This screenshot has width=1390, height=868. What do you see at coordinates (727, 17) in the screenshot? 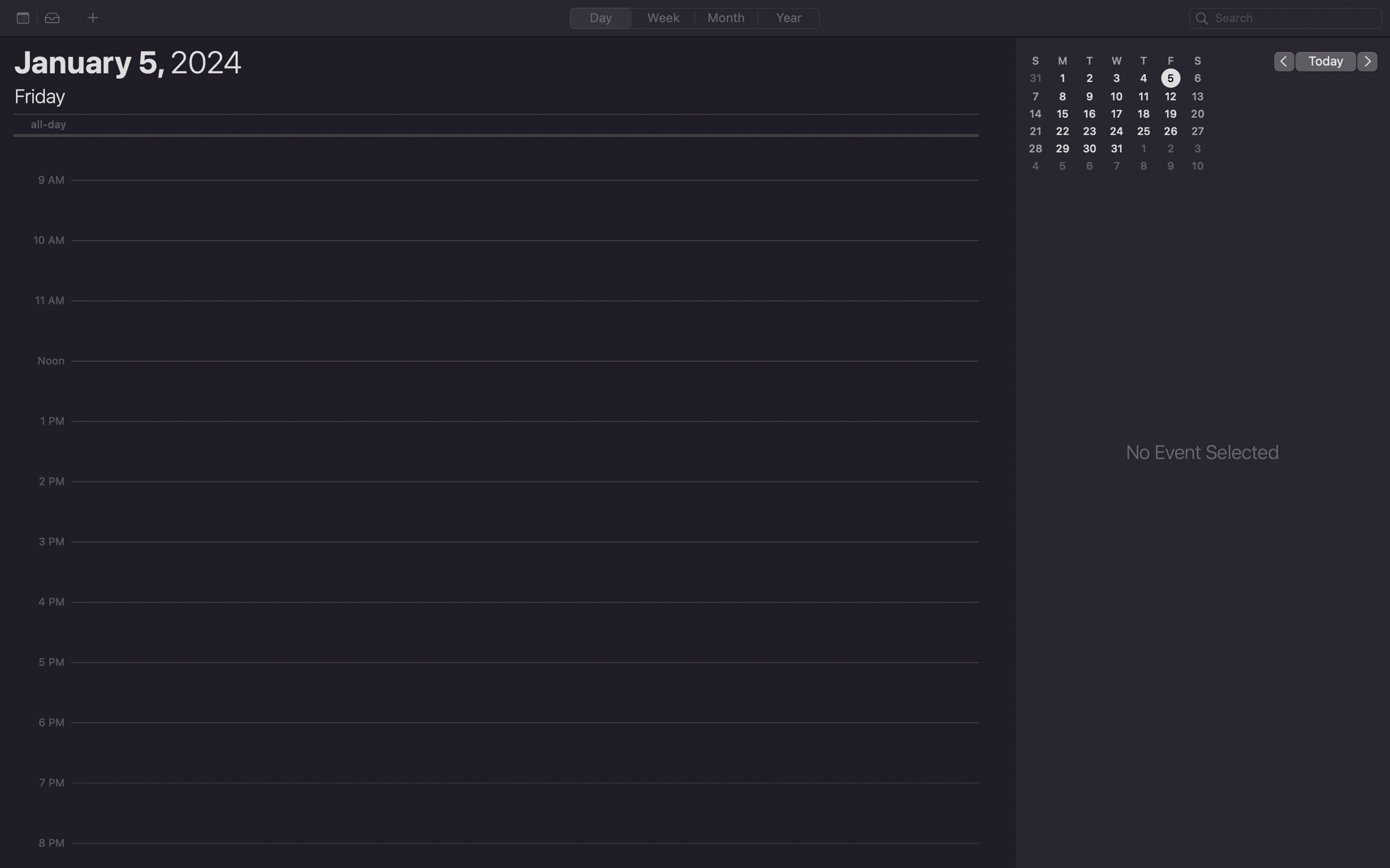
I see `the month view on the calendar` at bounding box center [727, 17].